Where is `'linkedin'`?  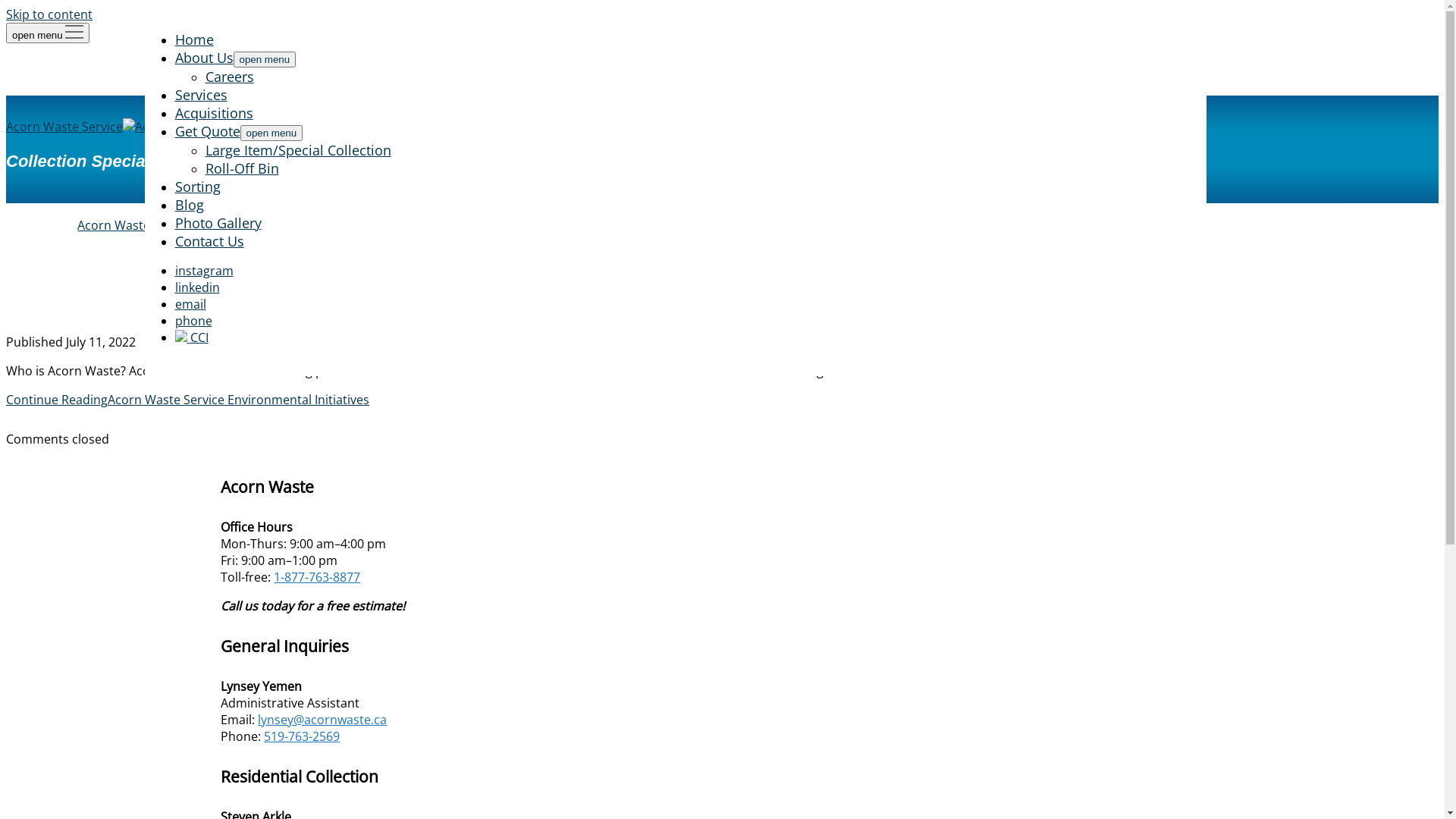
'linkedin' is located at coordinates (196, 287).